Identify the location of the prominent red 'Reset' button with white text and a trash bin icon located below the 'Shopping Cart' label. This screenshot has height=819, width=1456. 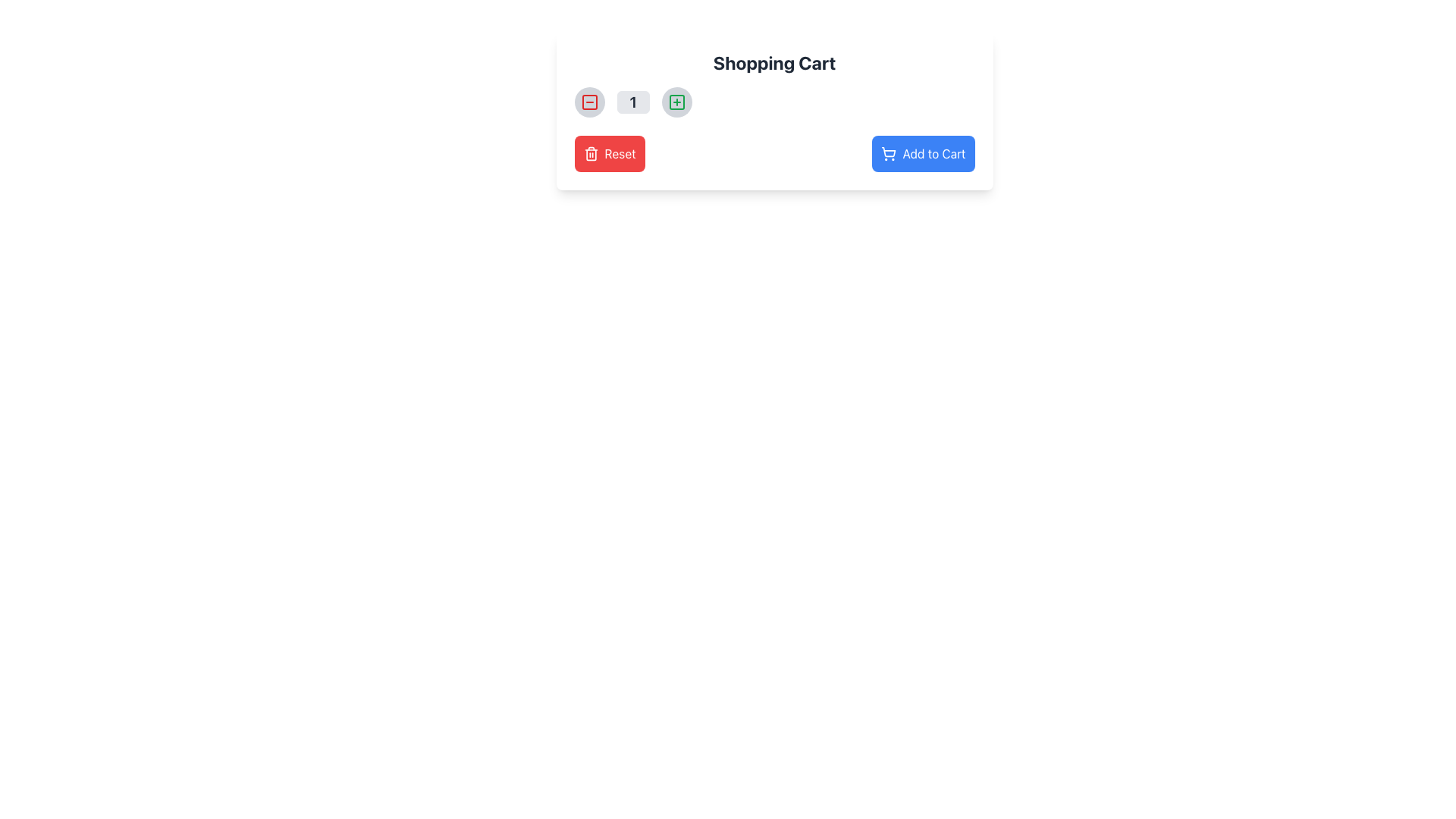
(610, 154).